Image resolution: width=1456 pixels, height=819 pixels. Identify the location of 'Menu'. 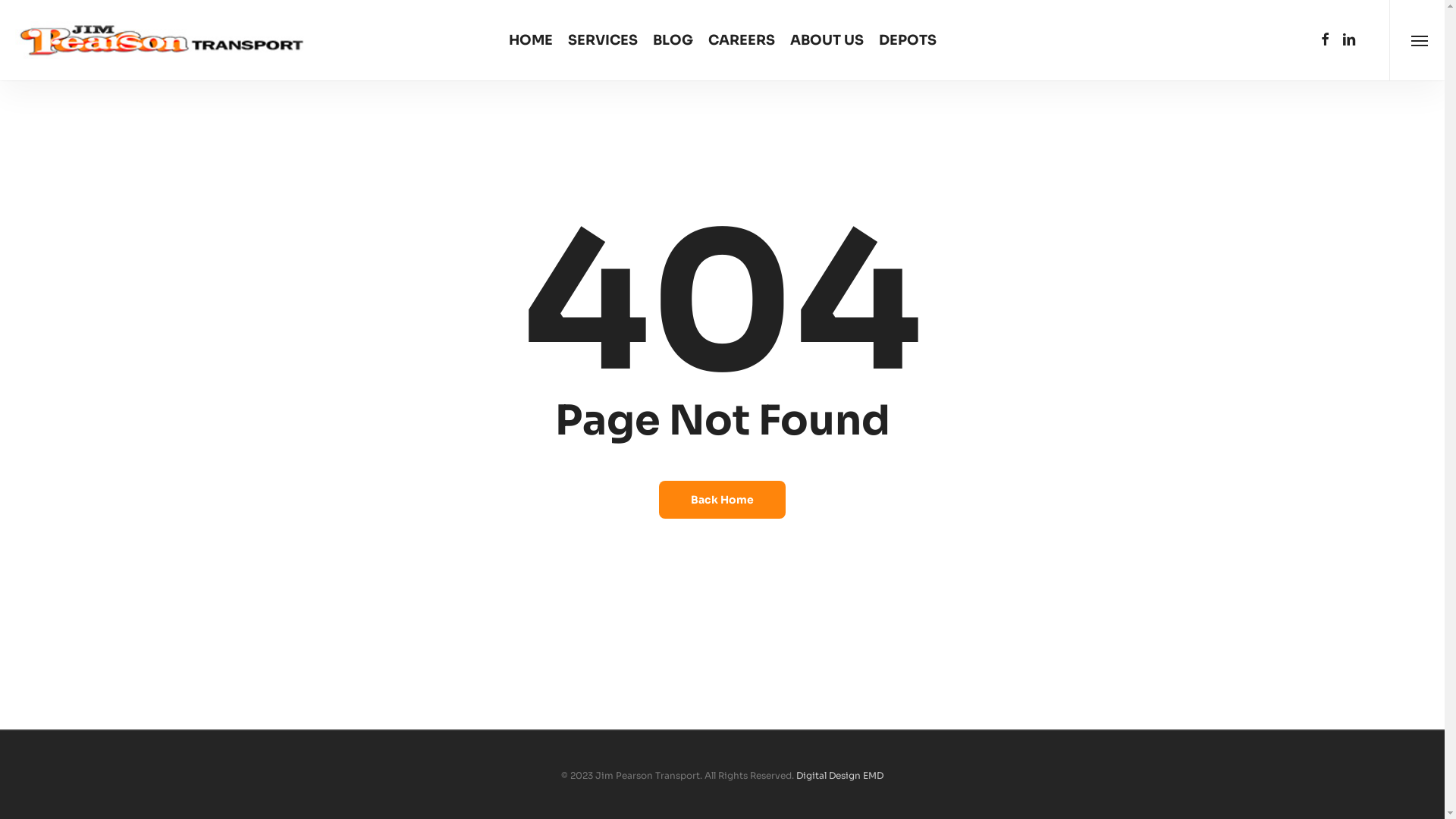
(1419, 39).